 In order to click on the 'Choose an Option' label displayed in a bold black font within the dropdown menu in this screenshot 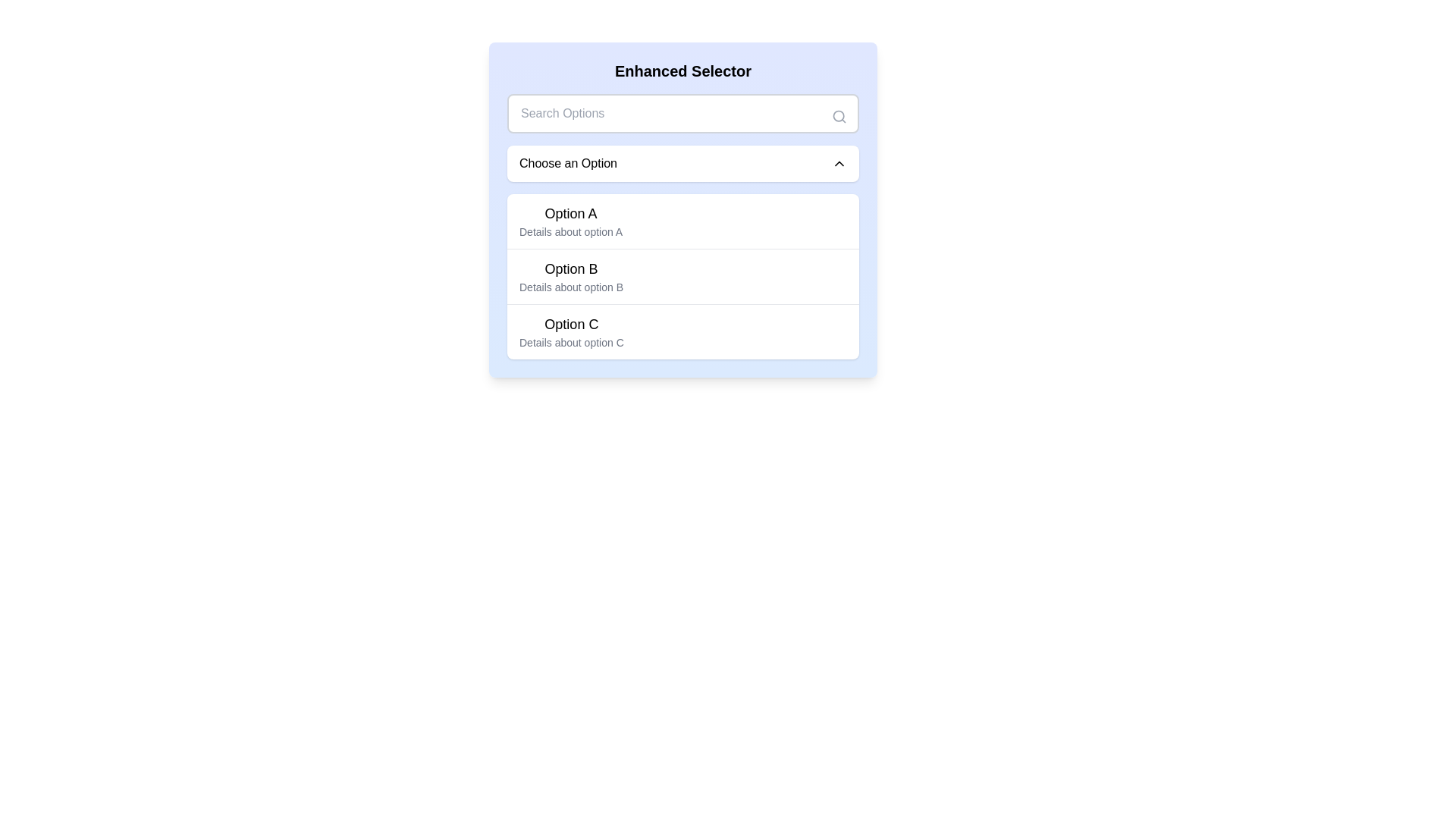, I will do `click(567, 164)`.